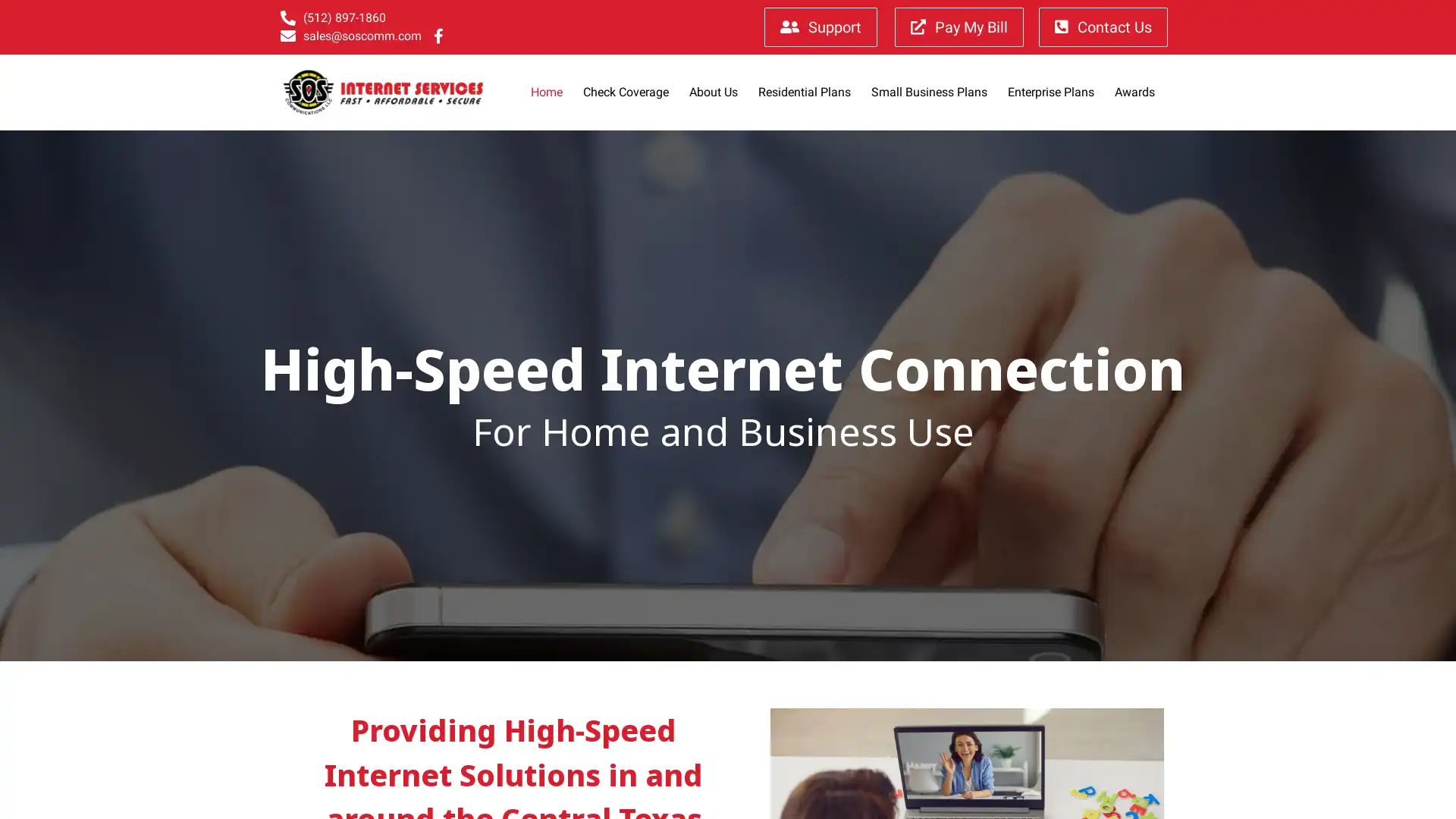 This screenshot has height=819, width=1456. What do you see at coordinates (820, 27) in the screenshot?
I see `Support` at bounding box center [820, 27].